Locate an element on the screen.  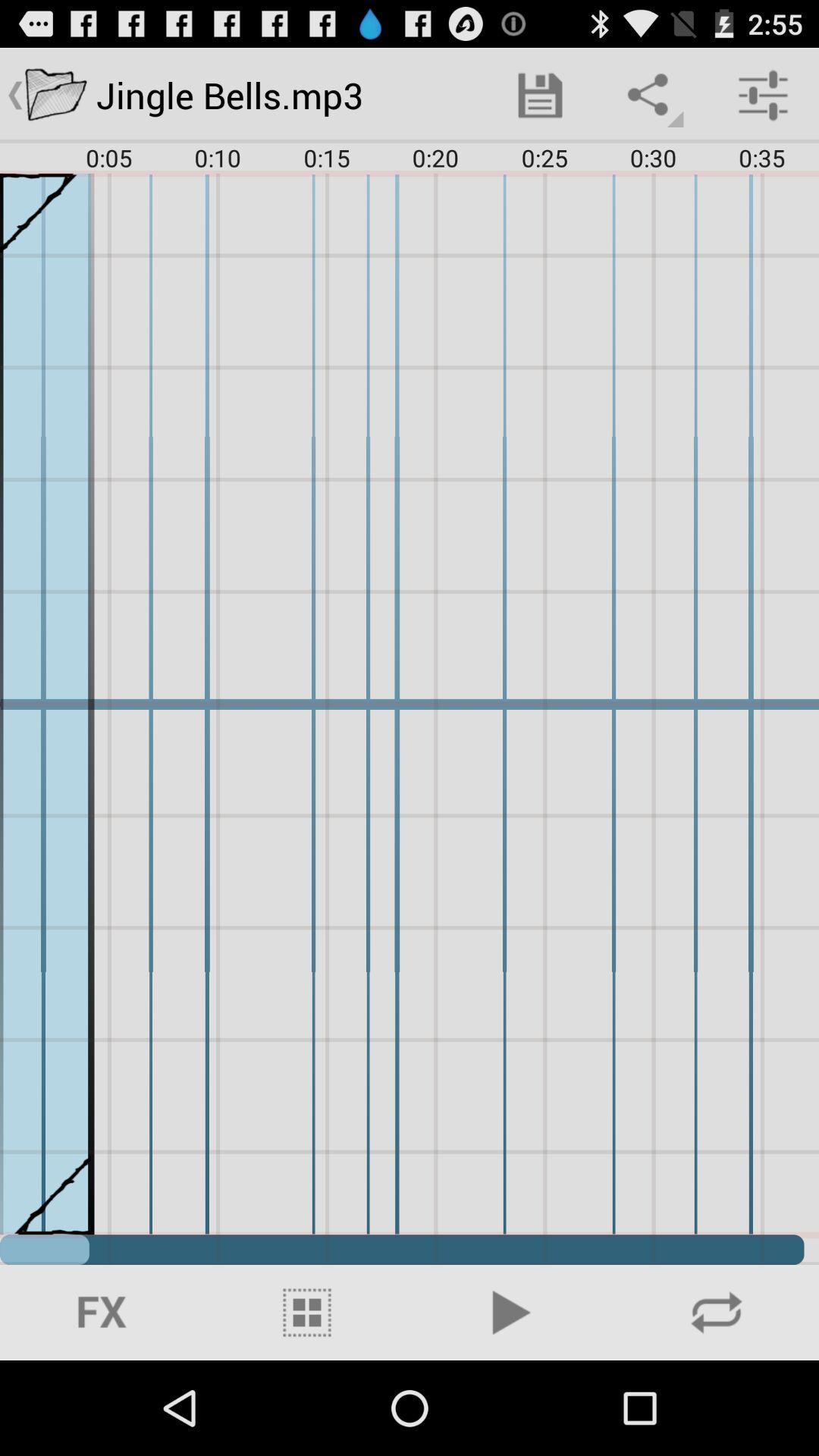
search is located at coordinates (717, 1312).